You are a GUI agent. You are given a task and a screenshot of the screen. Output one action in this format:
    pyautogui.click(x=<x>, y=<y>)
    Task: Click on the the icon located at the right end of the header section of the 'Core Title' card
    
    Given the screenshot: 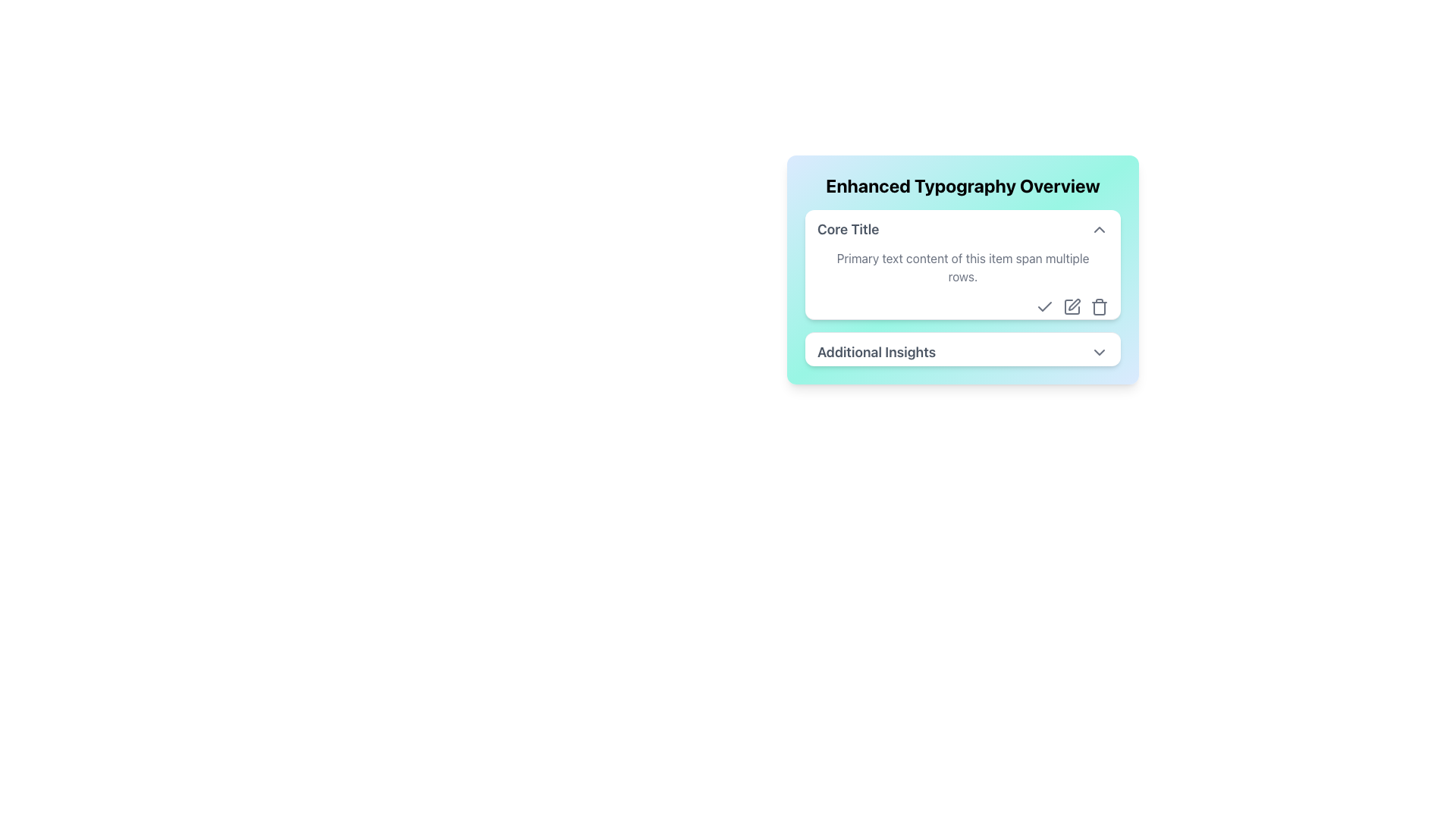 What is the action you would take?
    pyautogui.click(x=1099, y=230)
    